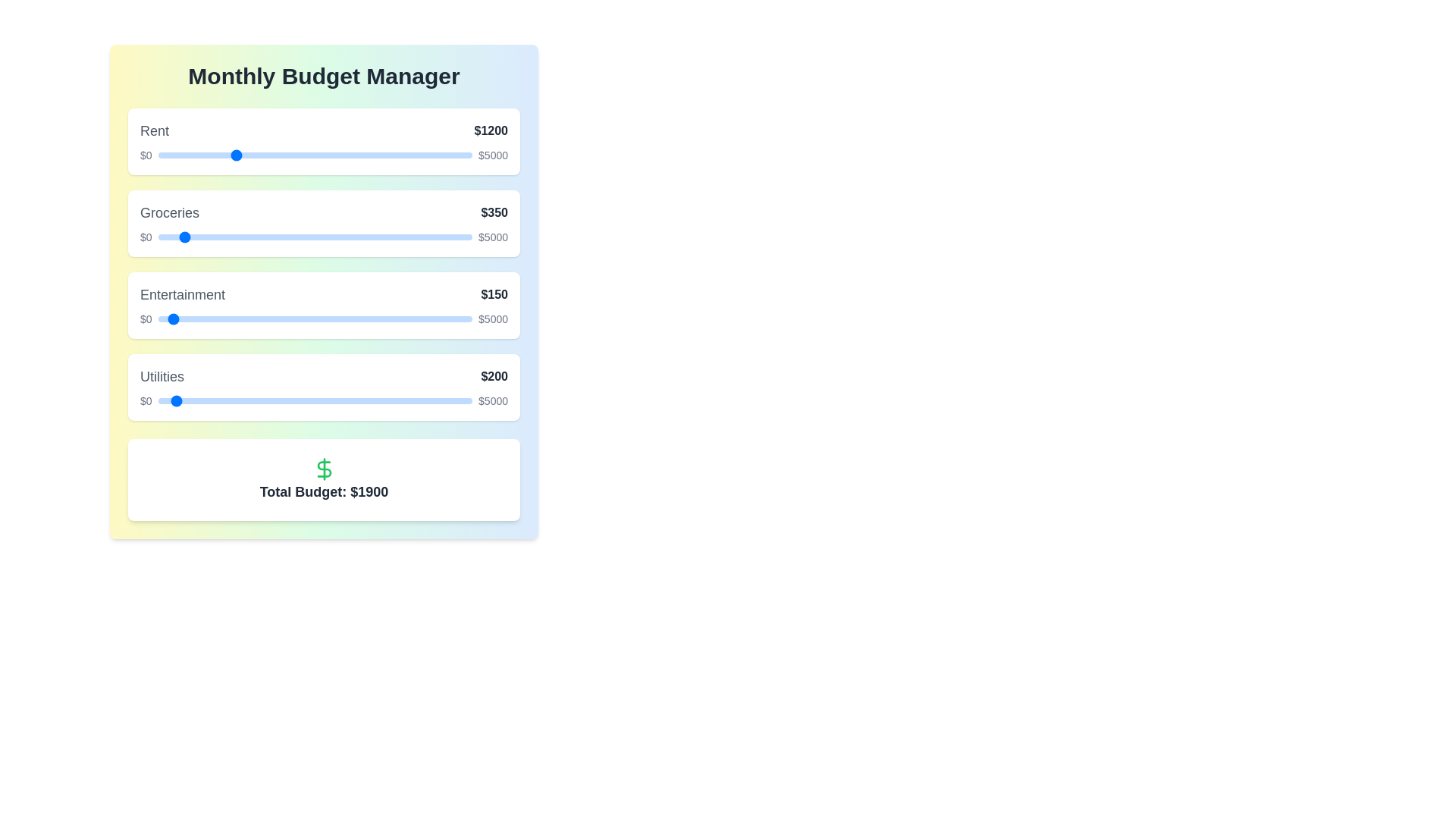  Describe the element at coordinates (323, 155) in the screenshot. I see `the range input slider track located in the 'Rent $1200' section to move the handle and select a value within the range of $0 to $5000` at that location.